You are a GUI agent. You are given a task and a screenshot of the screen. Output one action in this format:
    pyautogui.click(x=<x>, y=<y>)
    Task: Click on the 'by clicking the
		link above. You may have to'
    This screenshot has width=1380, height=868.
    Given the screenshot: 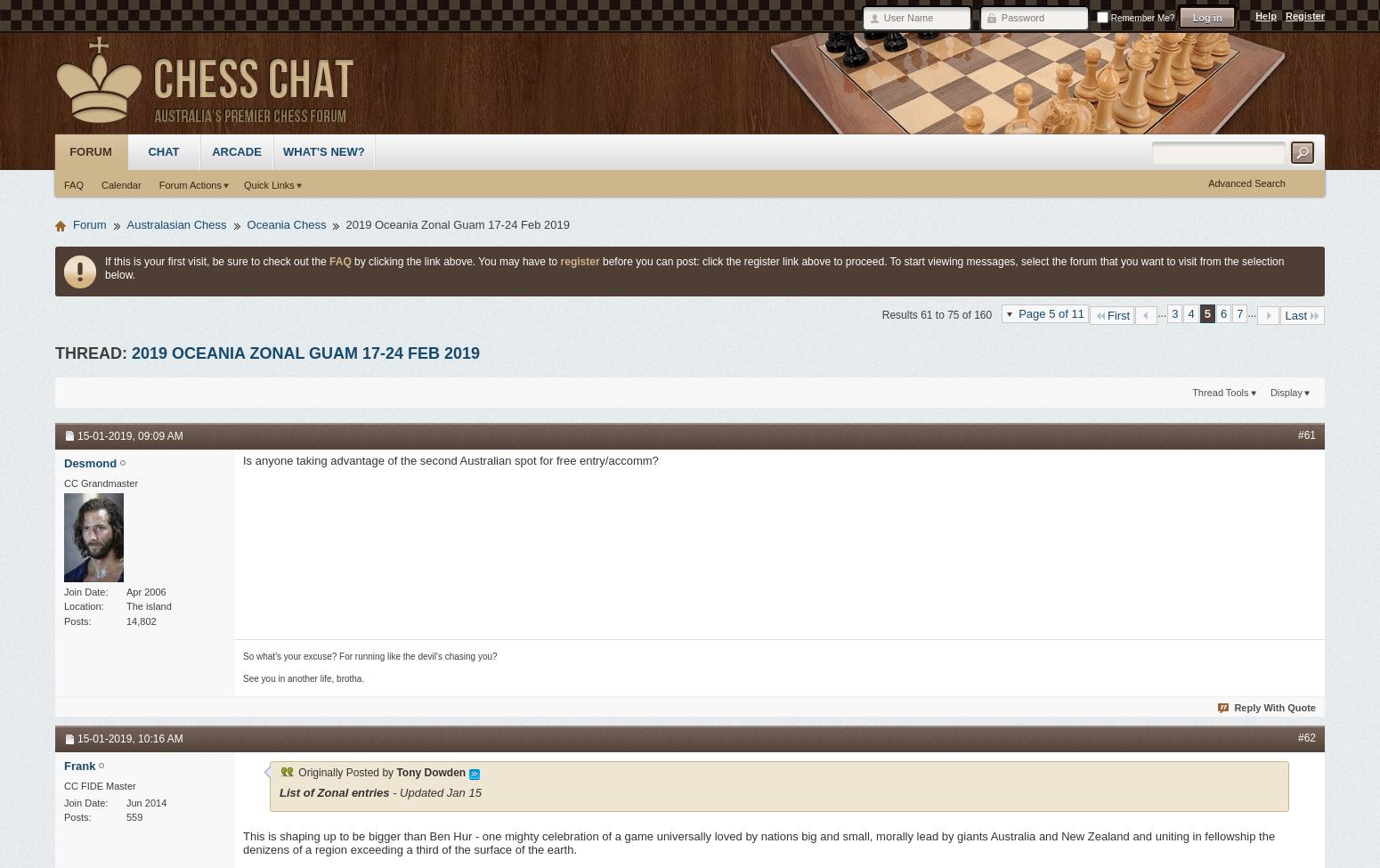 What is the action you would take?
    pyautogui.click(x=454, y=260)
    